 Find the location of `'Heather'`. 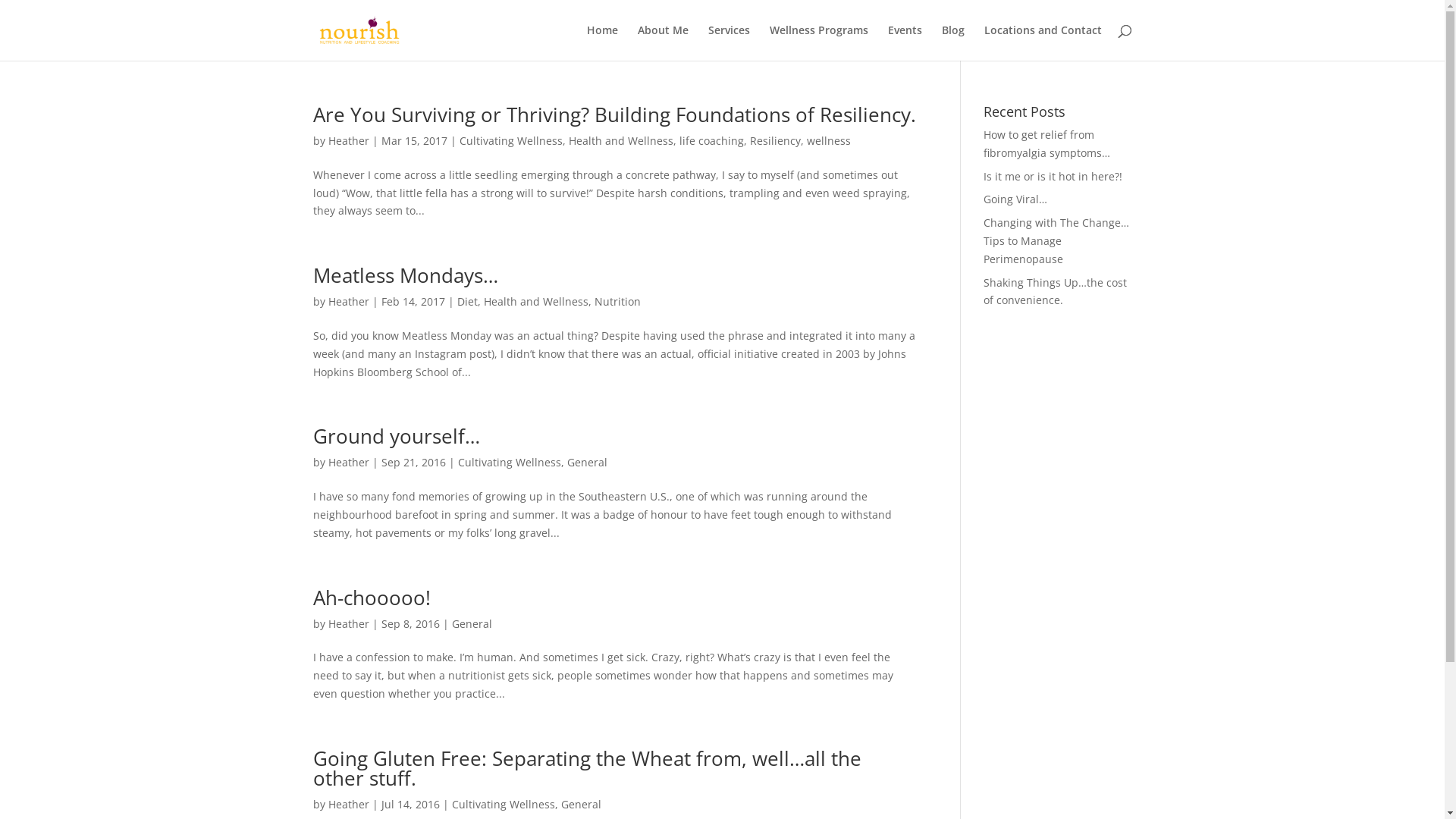

'Heather' is located at coordinates (347, 301).